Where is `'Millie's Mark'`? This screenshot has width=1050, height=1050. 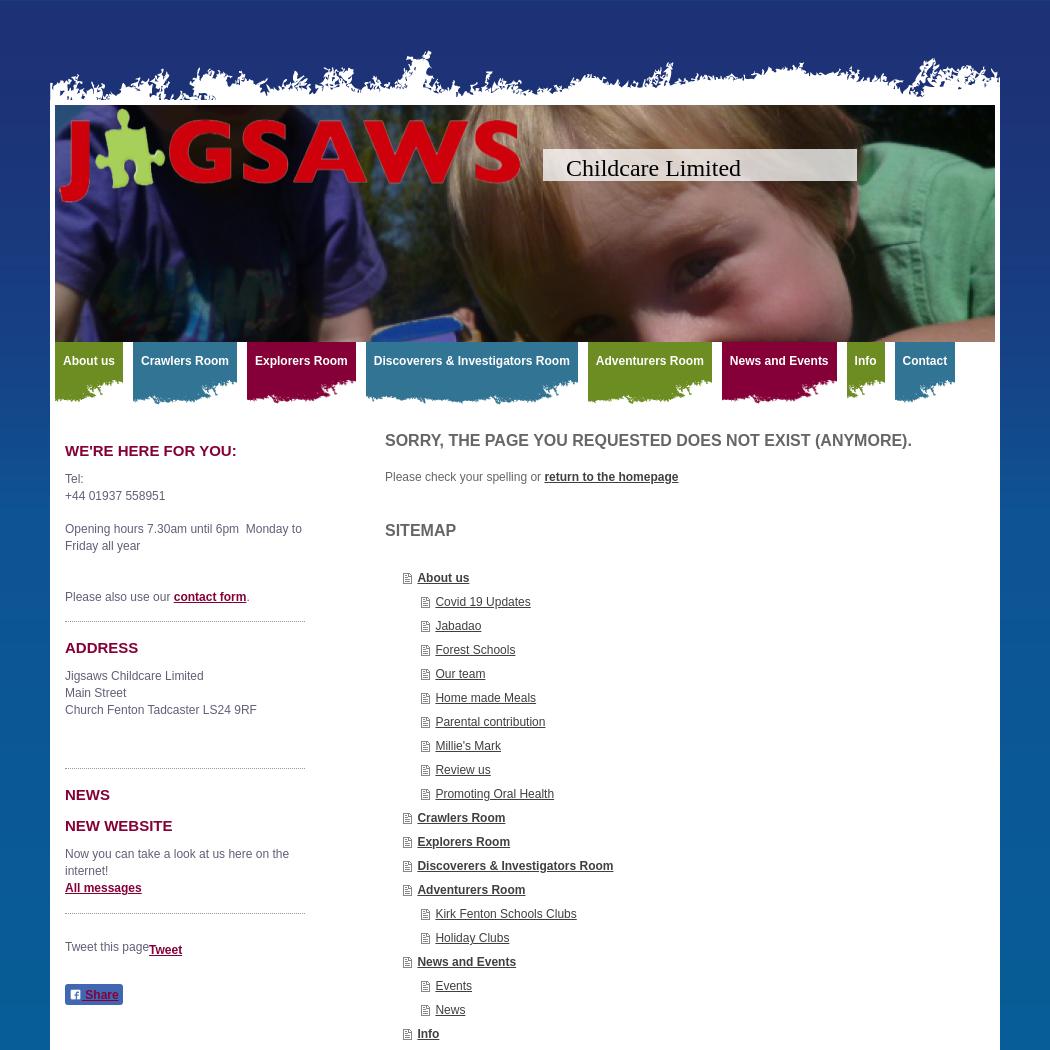
'Millie's Mark' is located at coordinates (467, 743).